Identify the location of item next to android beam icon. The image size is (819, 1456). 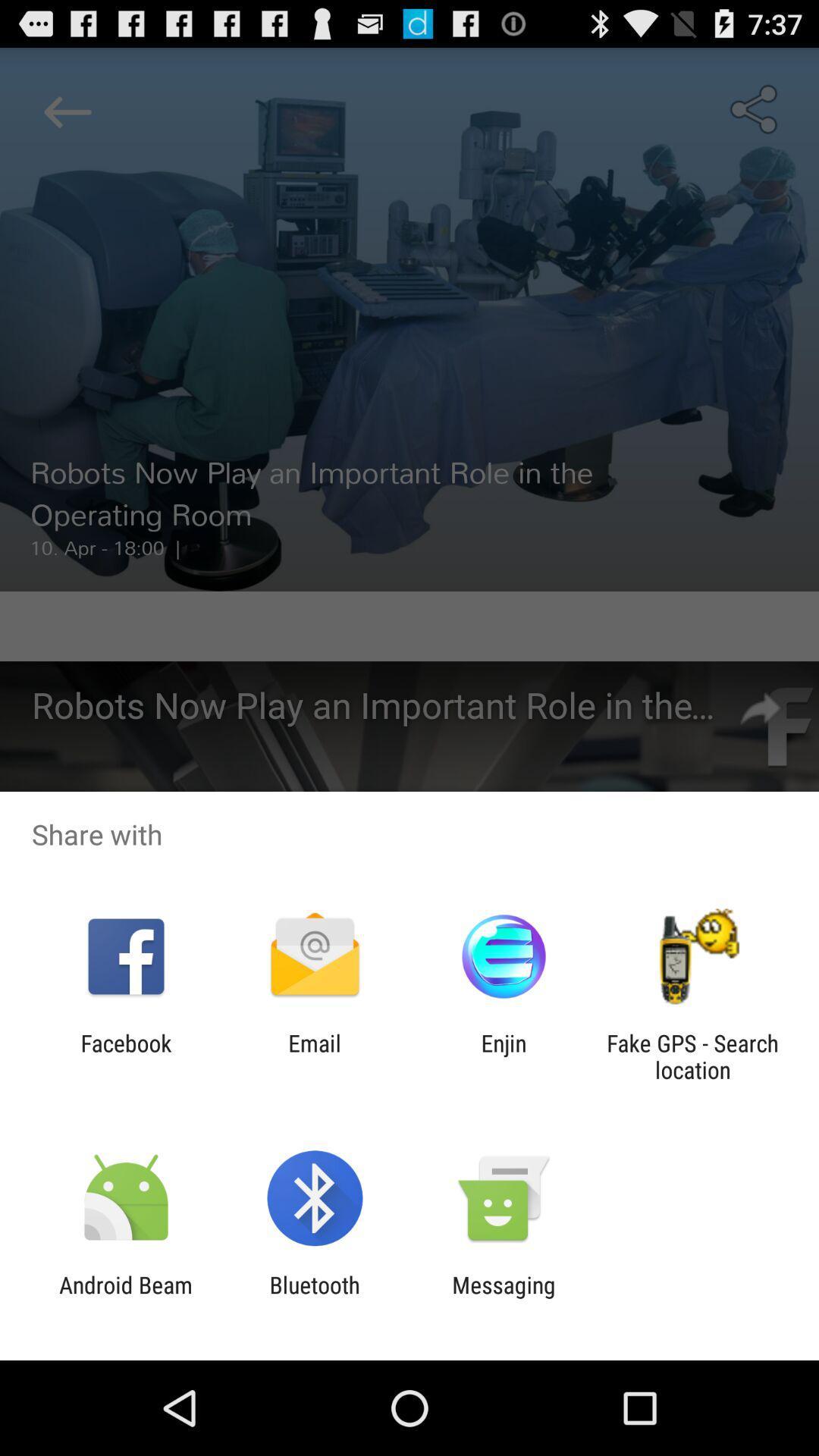
(314, 1298).